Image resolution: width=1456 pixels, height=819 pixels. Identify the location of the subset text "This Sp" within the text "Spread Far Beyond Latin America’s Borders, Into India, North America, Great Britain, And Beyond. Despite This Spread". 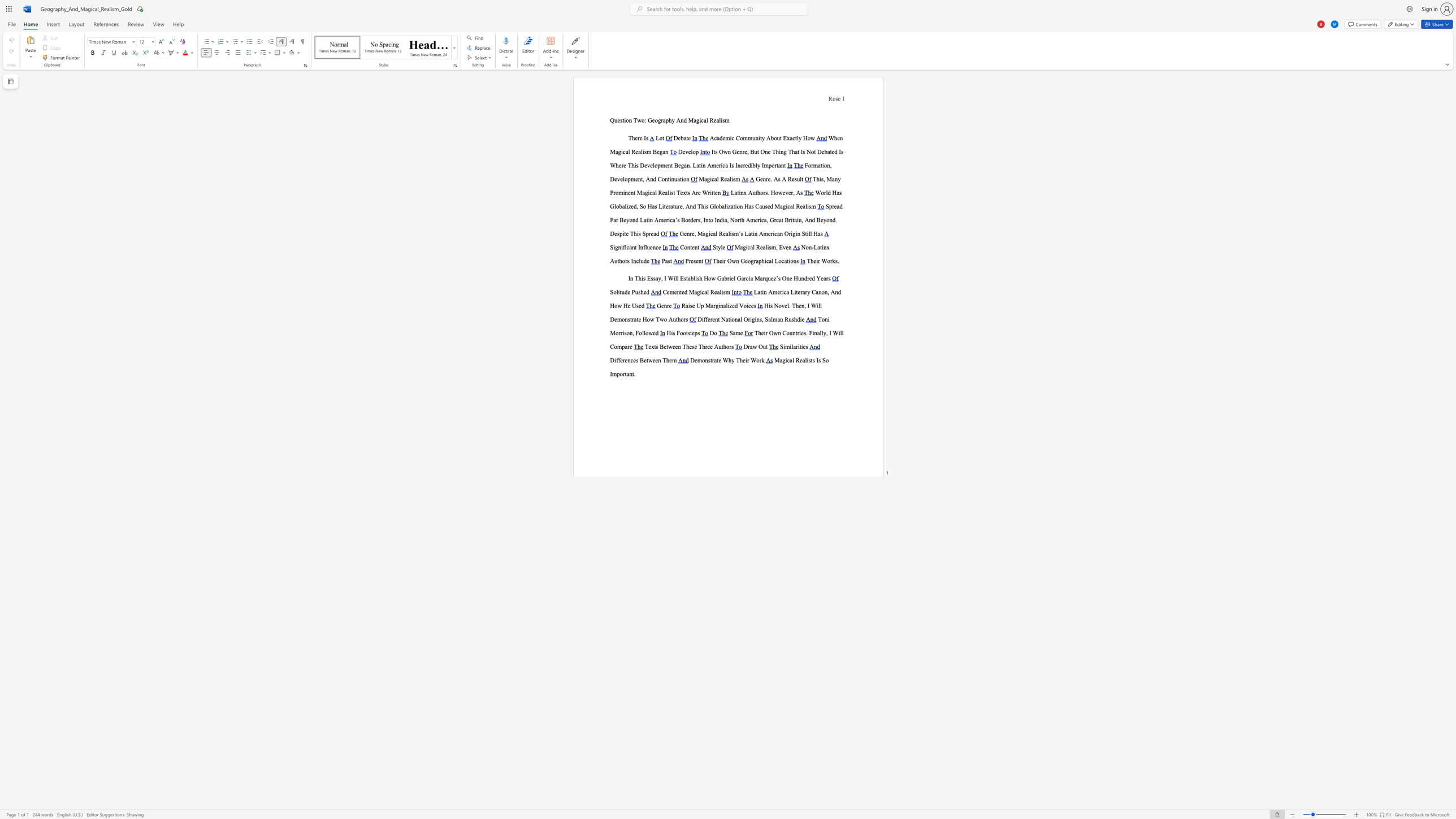
(630, 233).